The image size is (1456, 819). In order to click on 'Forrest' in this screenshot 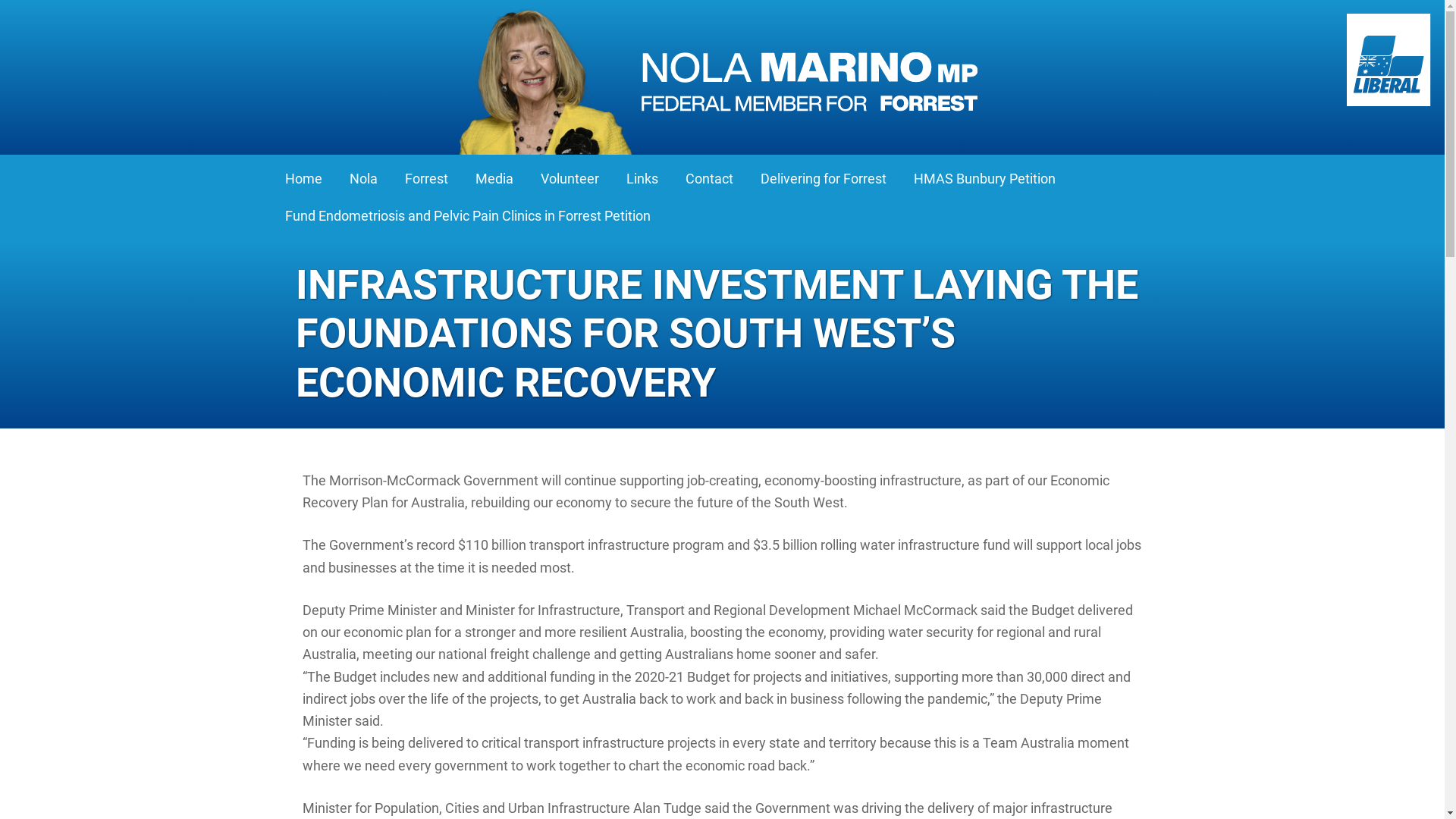, I will do `click(425, 177)`.